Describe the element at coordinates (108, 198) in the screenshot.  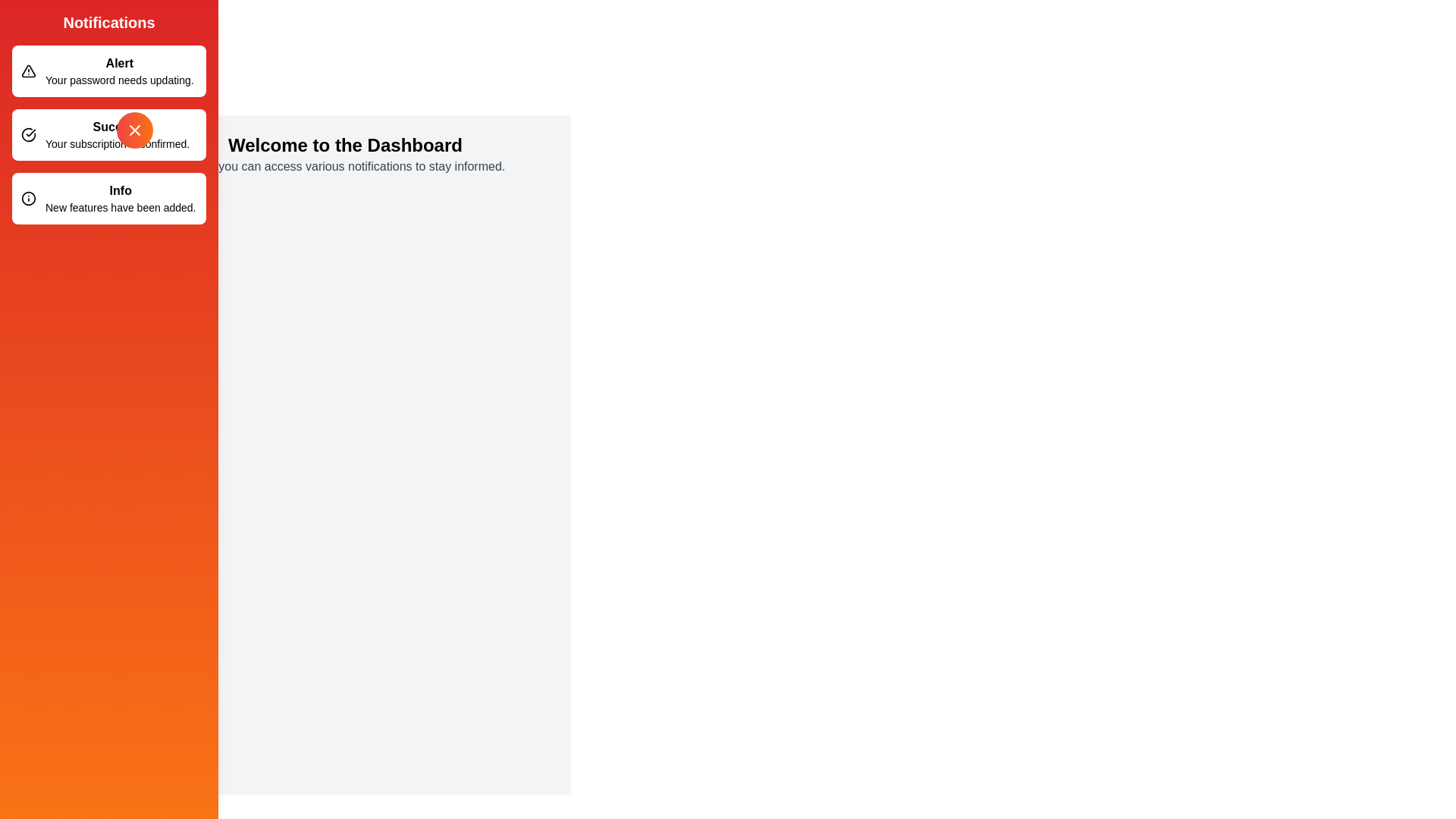
I see `the notification Info` at that location.